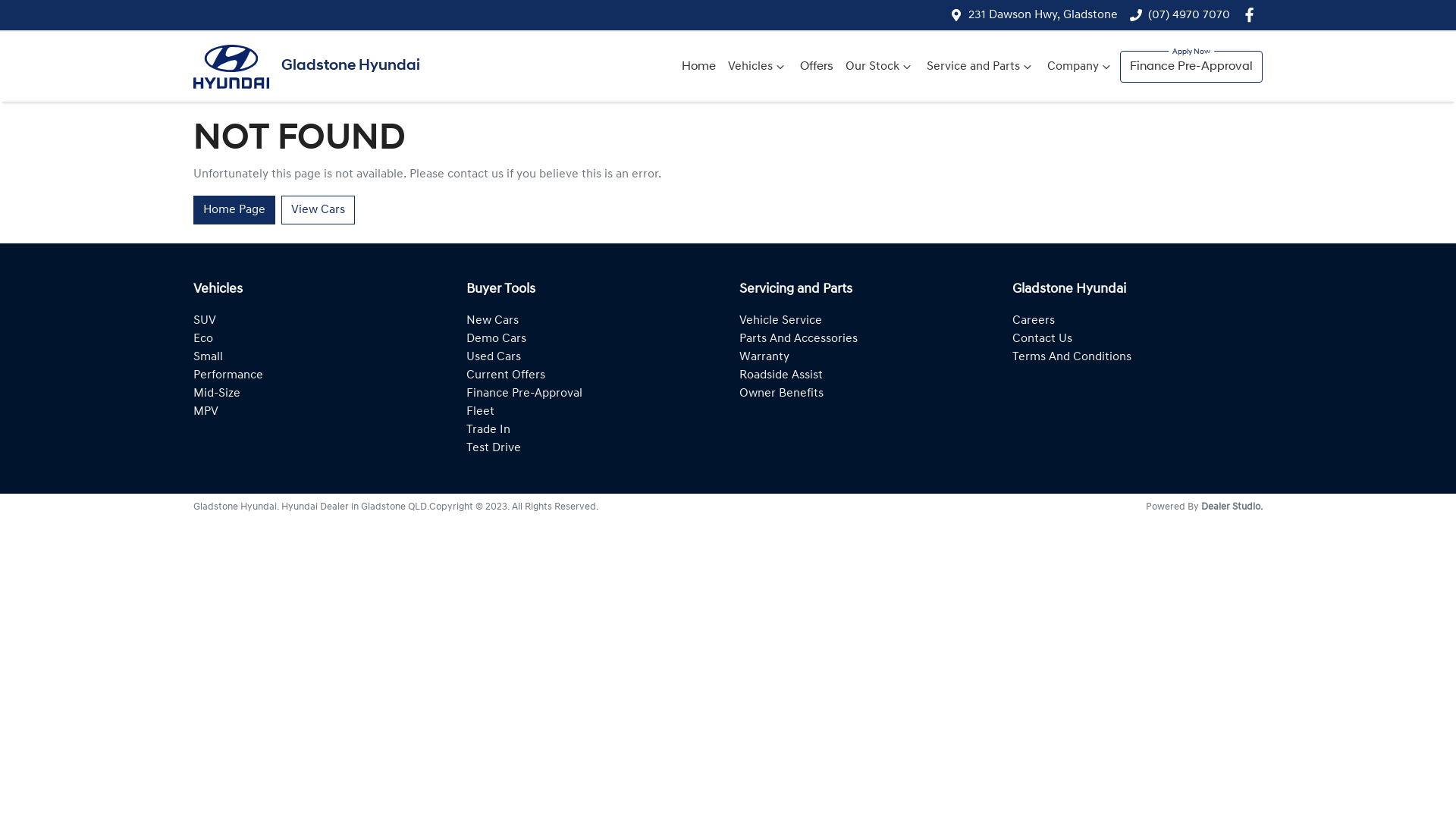  Describe the element at coordinates (1147, 14) in the screenshot. I see `'(07) 4970 7070'` at that location.